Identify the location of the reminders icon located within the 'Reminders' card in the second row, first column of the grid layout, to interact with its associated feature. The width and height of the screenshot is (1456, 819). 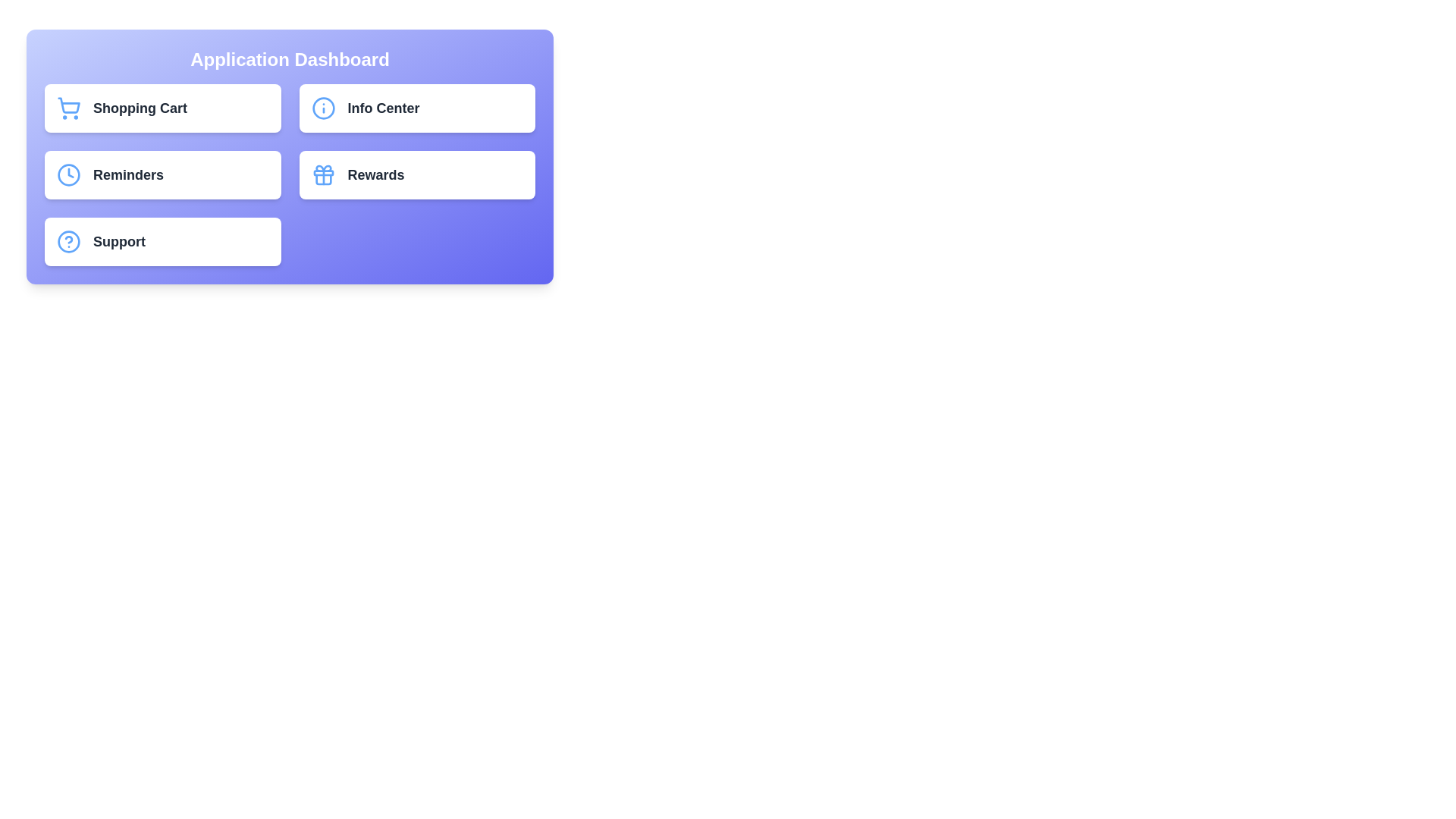
(68, 174).